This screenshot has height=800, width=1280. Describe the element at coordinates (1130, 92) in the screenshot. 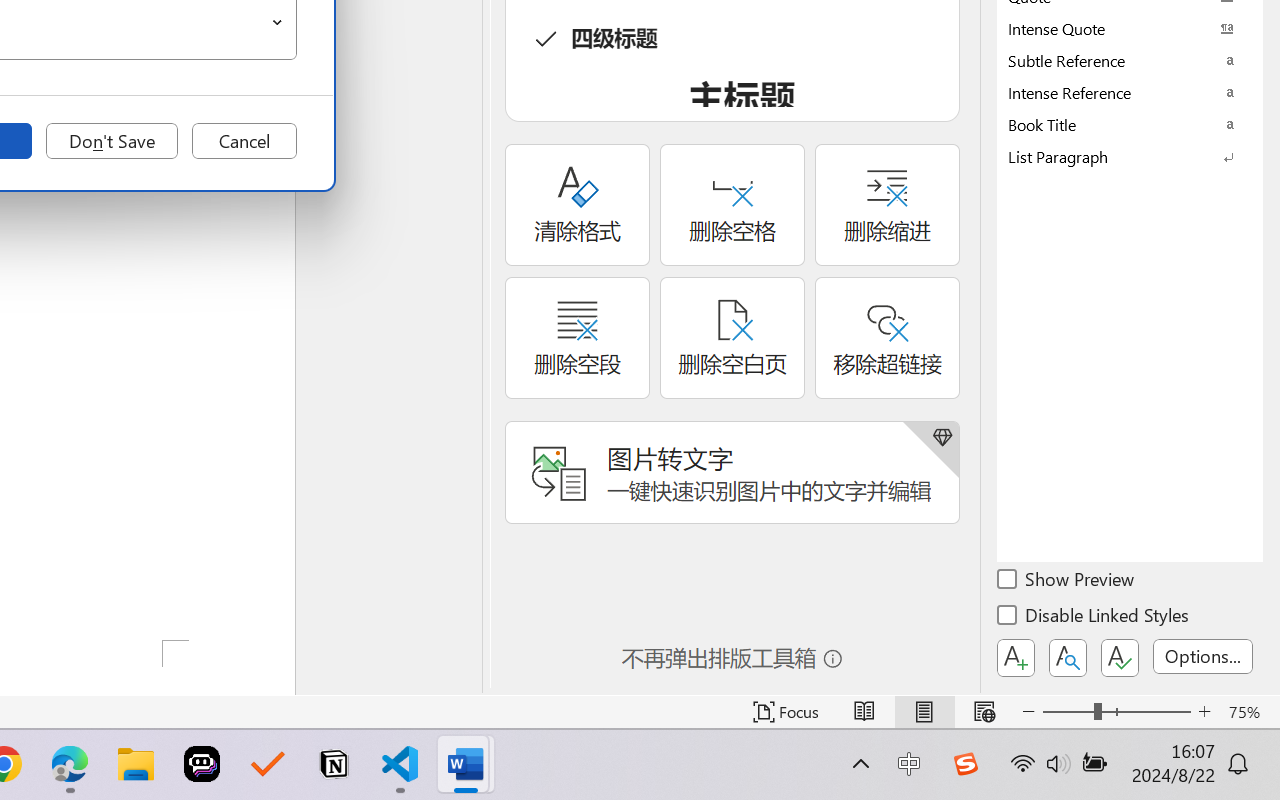

I see `'Intense Reference'` at that location.